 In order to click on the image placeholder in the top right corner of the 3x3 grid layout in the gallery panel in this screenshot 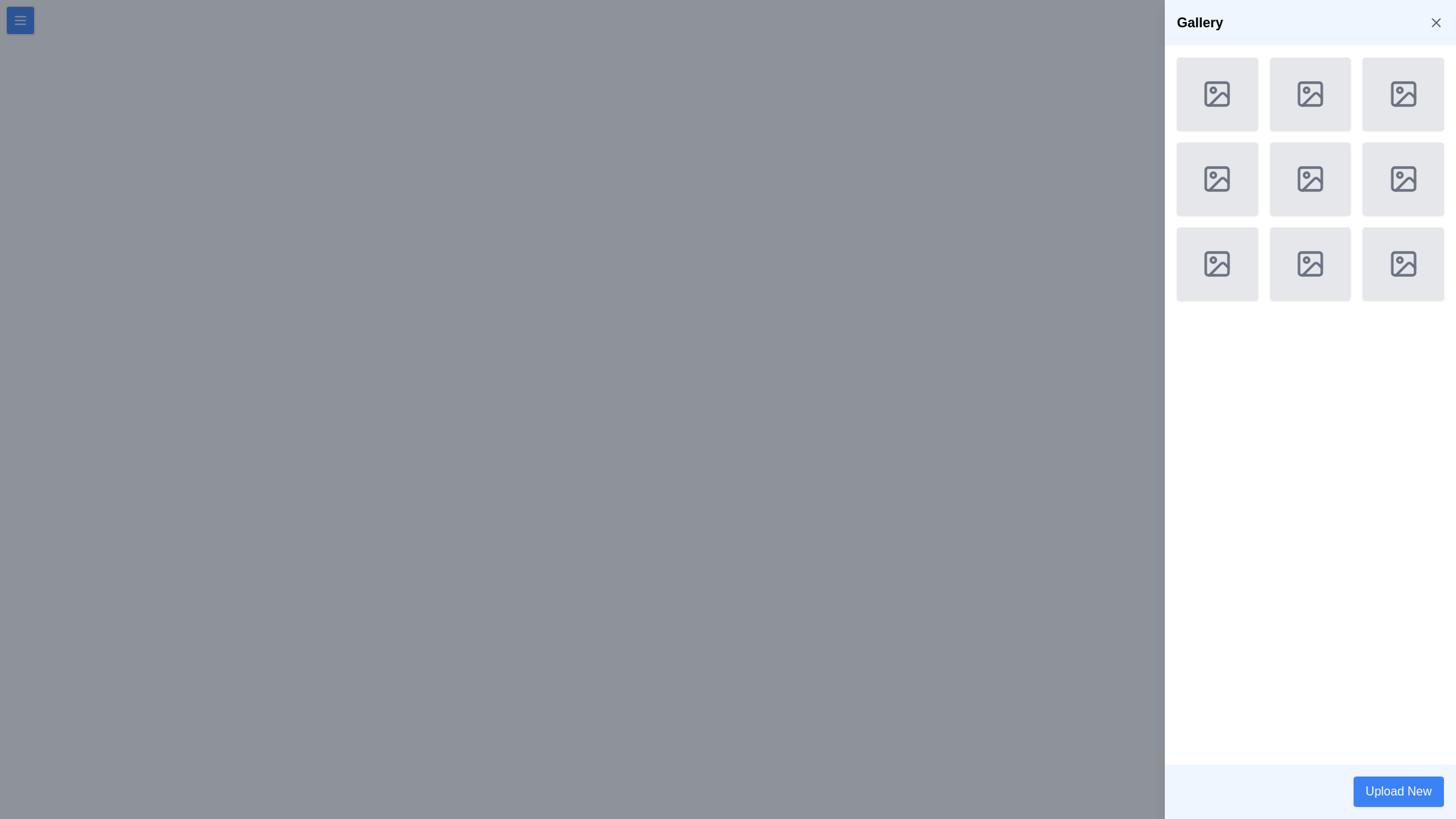, I will do `click(1402, 93)`.